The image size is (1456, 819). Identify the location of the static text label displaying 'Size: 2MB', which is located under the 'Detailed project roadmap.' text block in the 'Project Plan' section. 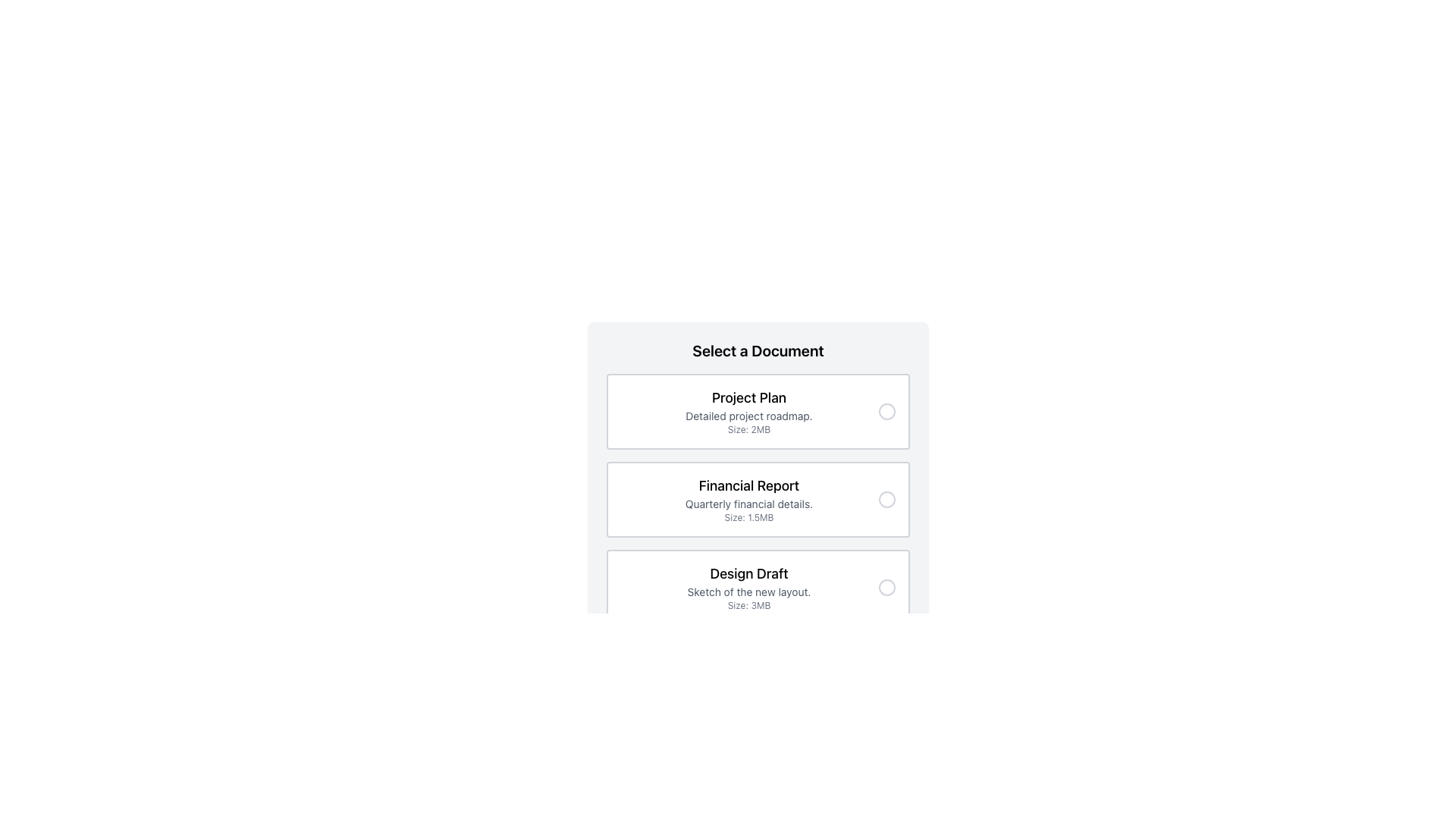
(749, 430).